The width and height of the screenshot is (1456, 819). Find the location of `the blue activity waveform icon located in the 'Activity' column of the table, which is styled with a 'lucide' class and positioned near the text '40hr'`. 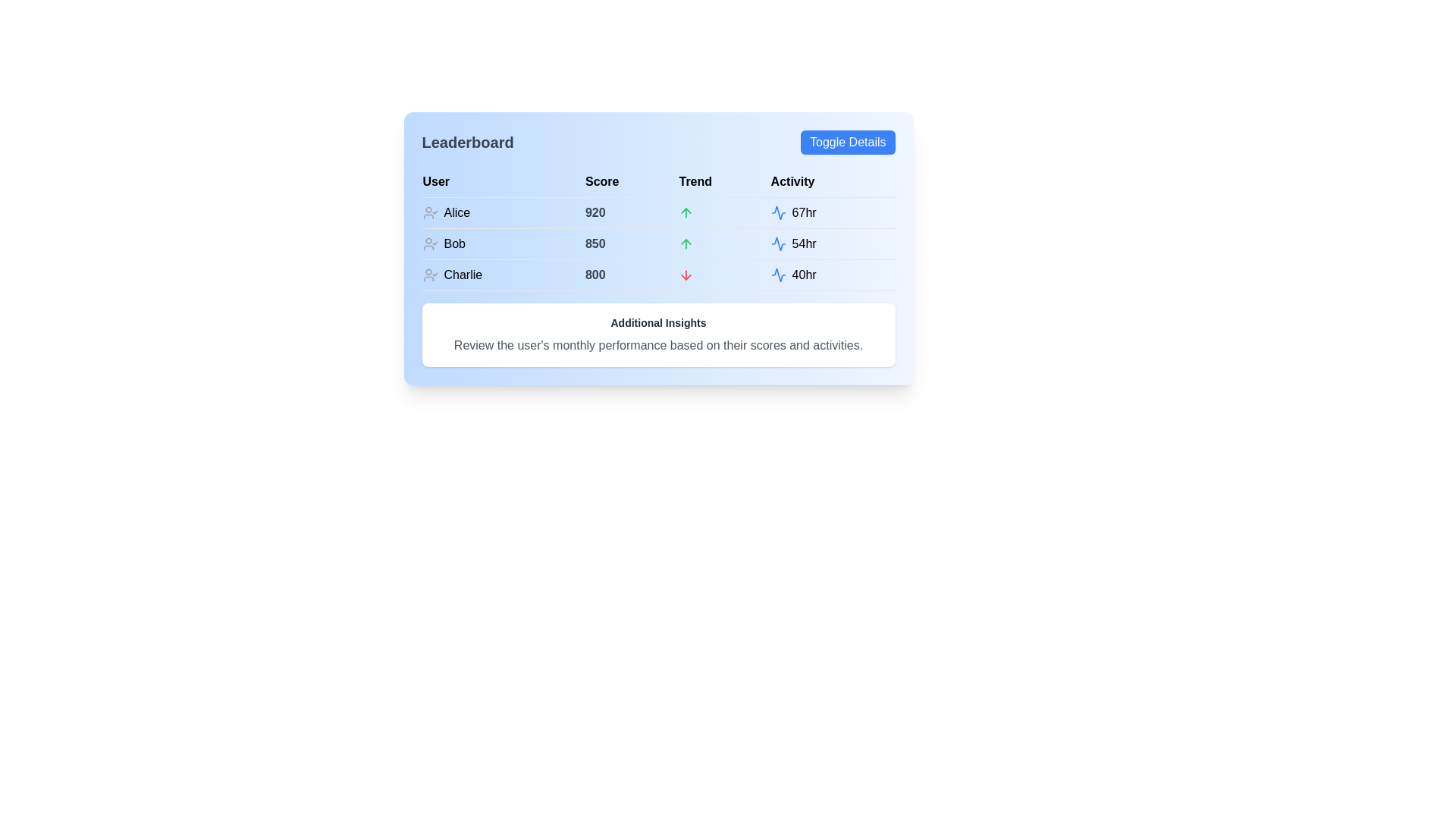

the blue activity waveform icon located in the 'Activity' column of the table, which is styled with a 'lucide' class and positioned near the text '40hr' is located at coordinates (778, 275).